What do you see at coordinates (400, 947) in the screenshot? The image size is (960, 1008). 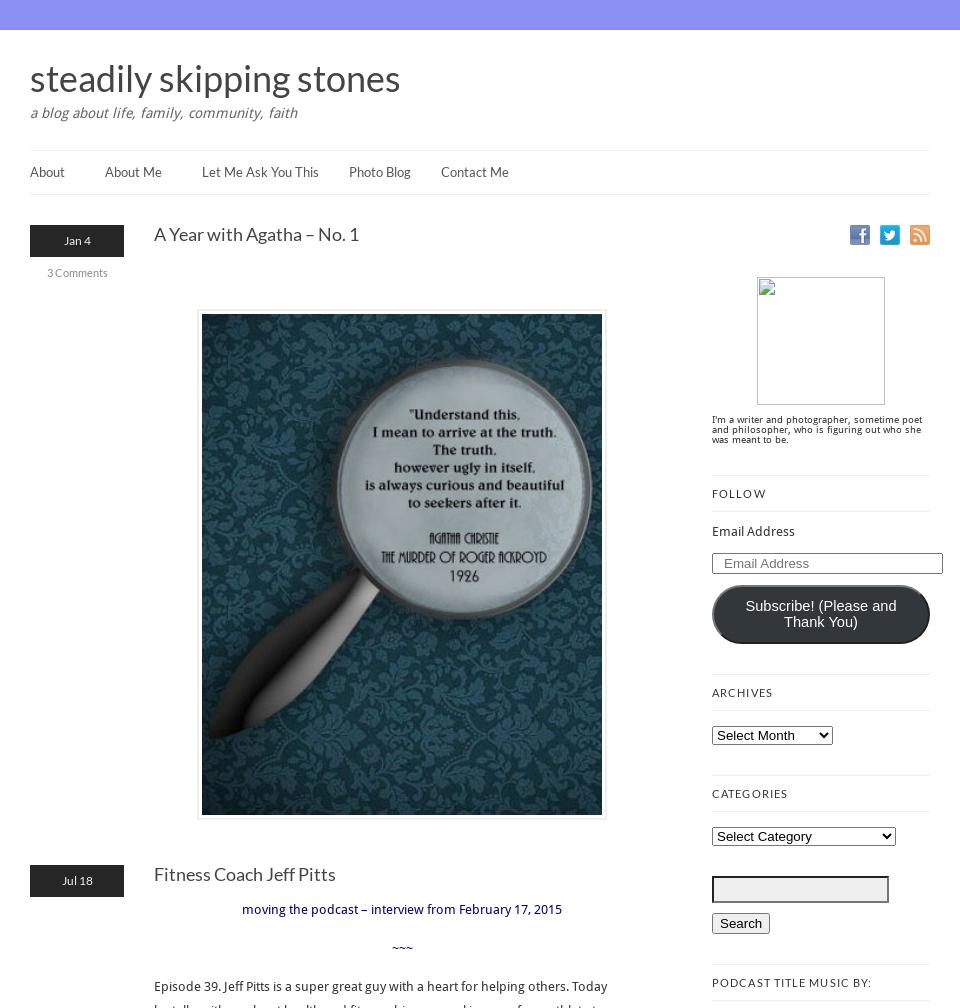 I see `'~~~'` at bounding box center [400, 947].